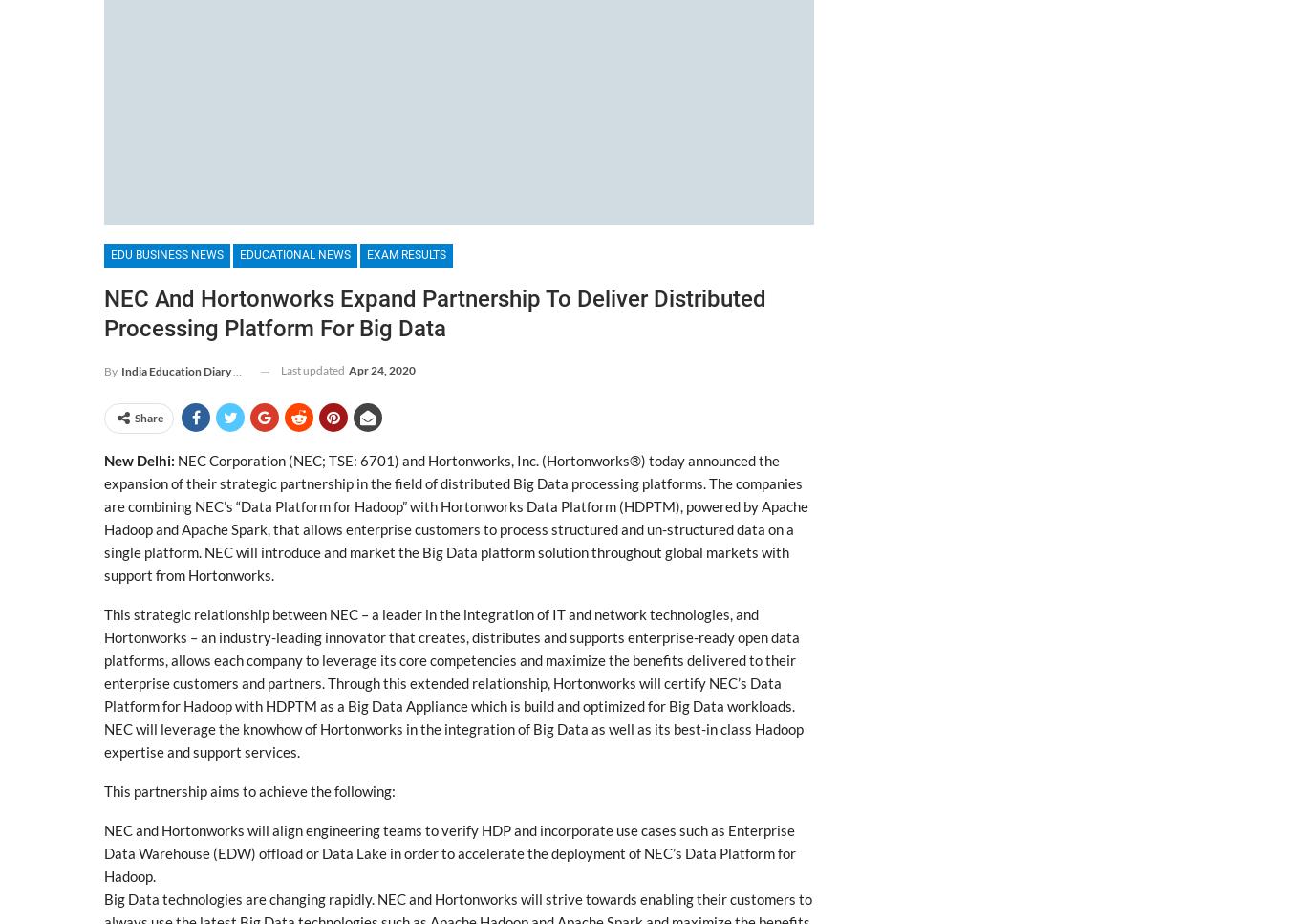 This screenshot has height=924, width=1290. I want to click on 'NEC Corporation (NEC; TSE: 6701) and Hortonworks, Inc. (Hortonworks®) today announced the expansion of their strategic partnership in the field of distributed Big Data processing platforms. The companies are combining NEC’s “Data Platform for Hadoop” with Hortonworks Data Platform (HDPTM), powered by Apache Hadoop and Apache Spark, that allows enterprise customers to process structured and un-structured data on a single platform. NEC will introduce and market the Big Data platform solution throughout global markets with support from Hortonworks.', so click(102, 518).